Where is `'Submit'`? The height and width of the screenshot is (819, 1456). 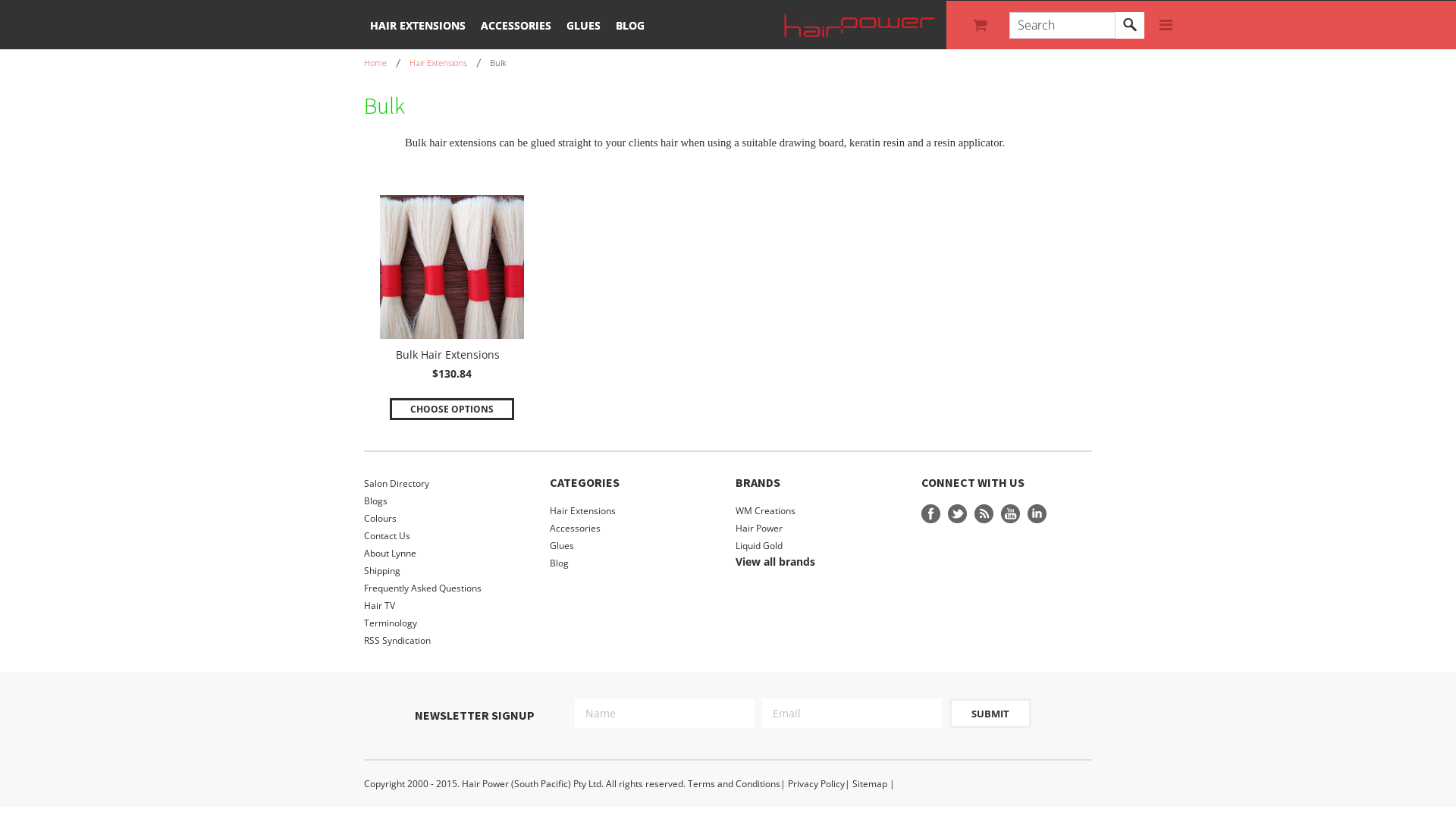 'Submit' is located at coordinates (990, 713).